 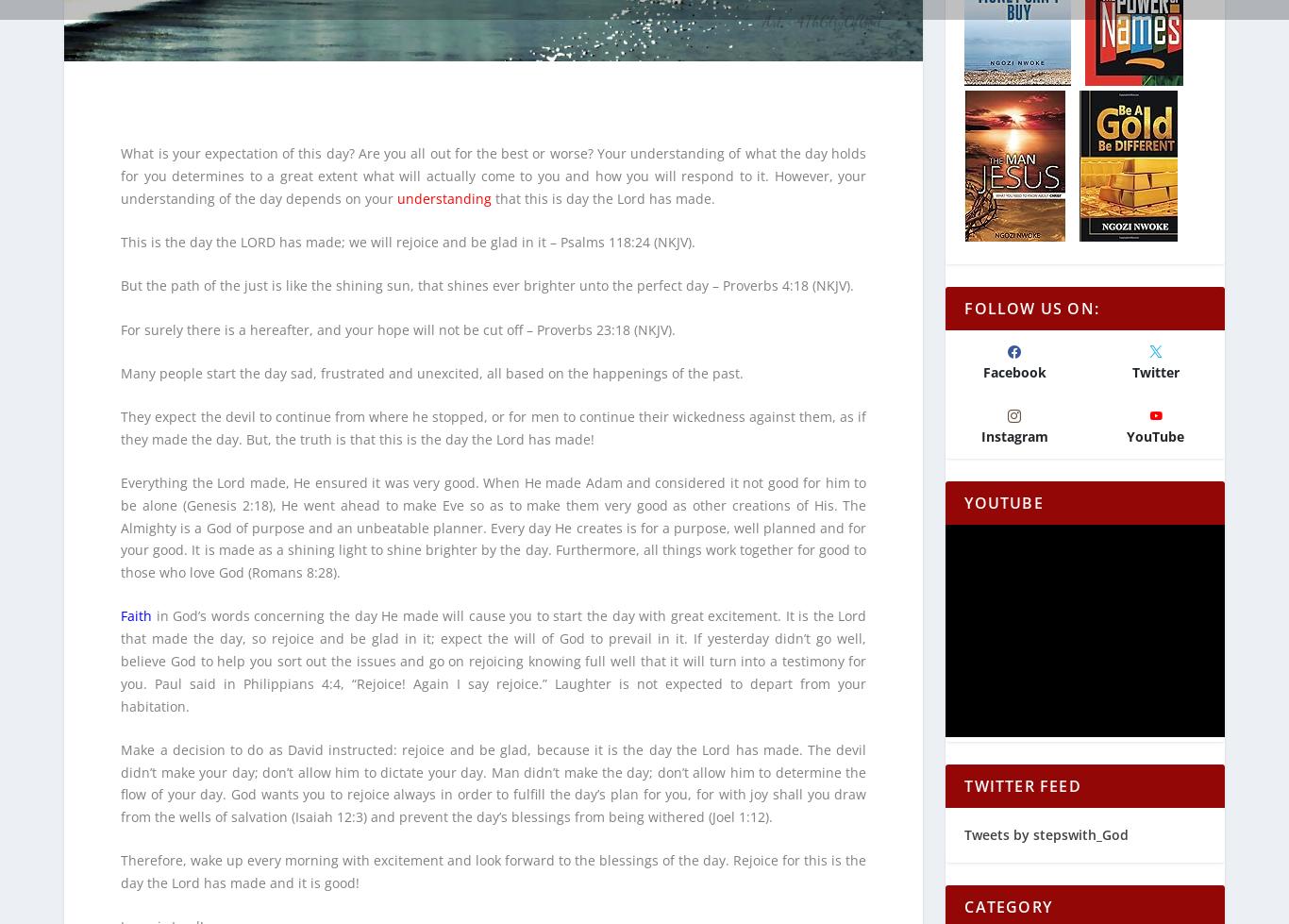 What do you see at coordinates (494, 769) in the screenshot?
I see `'Make a decision to do as David instructed: rejoice and be glad, because it is the day the Lord has made. The devil didn’t make your day; don’t allow him to dictate your day. Man didn’t make the day; don’t allow him to determine the flow of your day. God wants you to rejoice always in order to fulfill the day’s plan for you, for with joy shall you draw from the wells of salvation (Isaiah 12:3) and prevent the day’s blessings from being withered (Joel 1:12).'` at bounding box center [494, 769].